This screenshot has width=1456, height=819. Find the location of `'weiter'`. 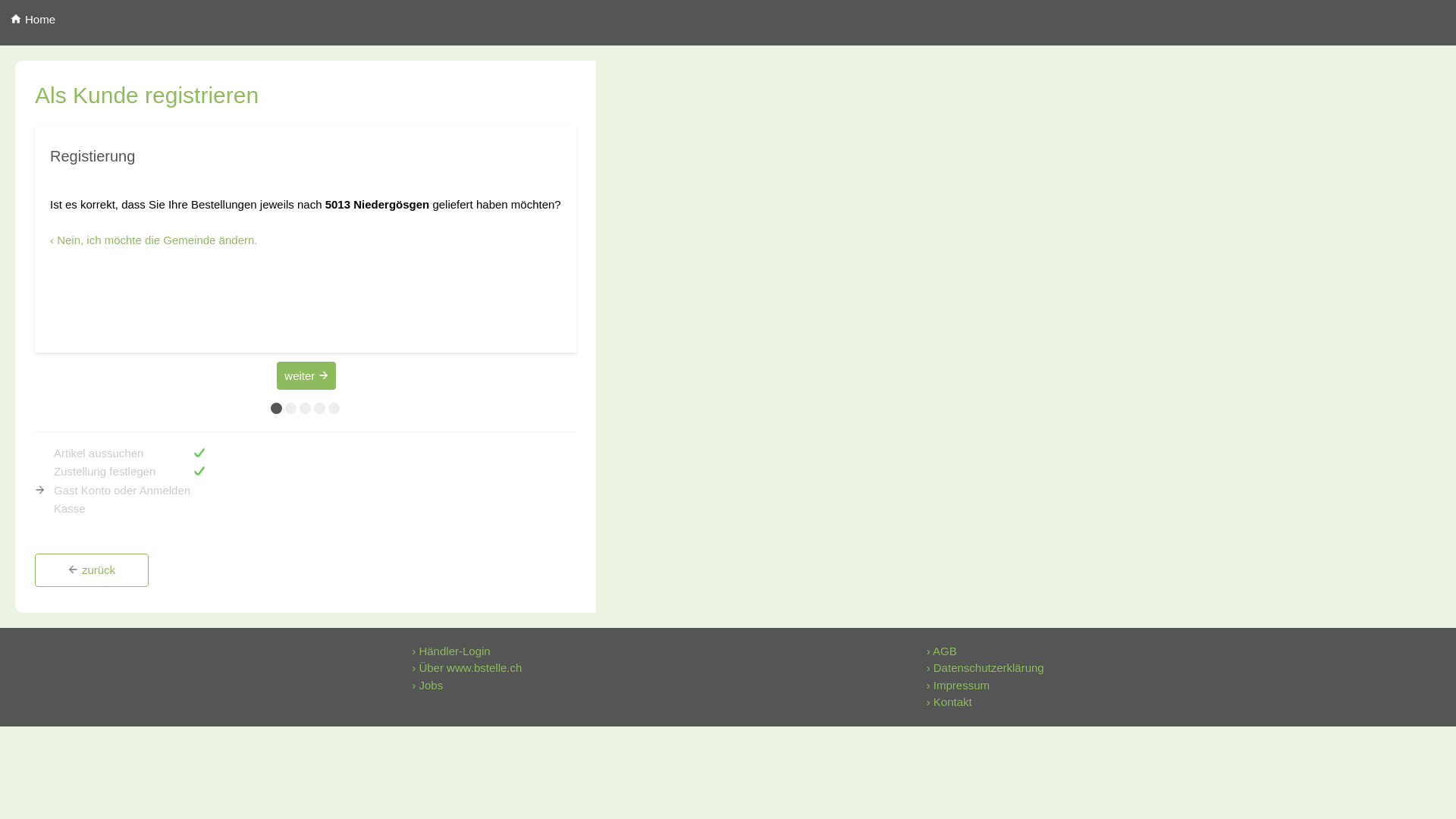

'weiter' is located at coordinates (276, 375).